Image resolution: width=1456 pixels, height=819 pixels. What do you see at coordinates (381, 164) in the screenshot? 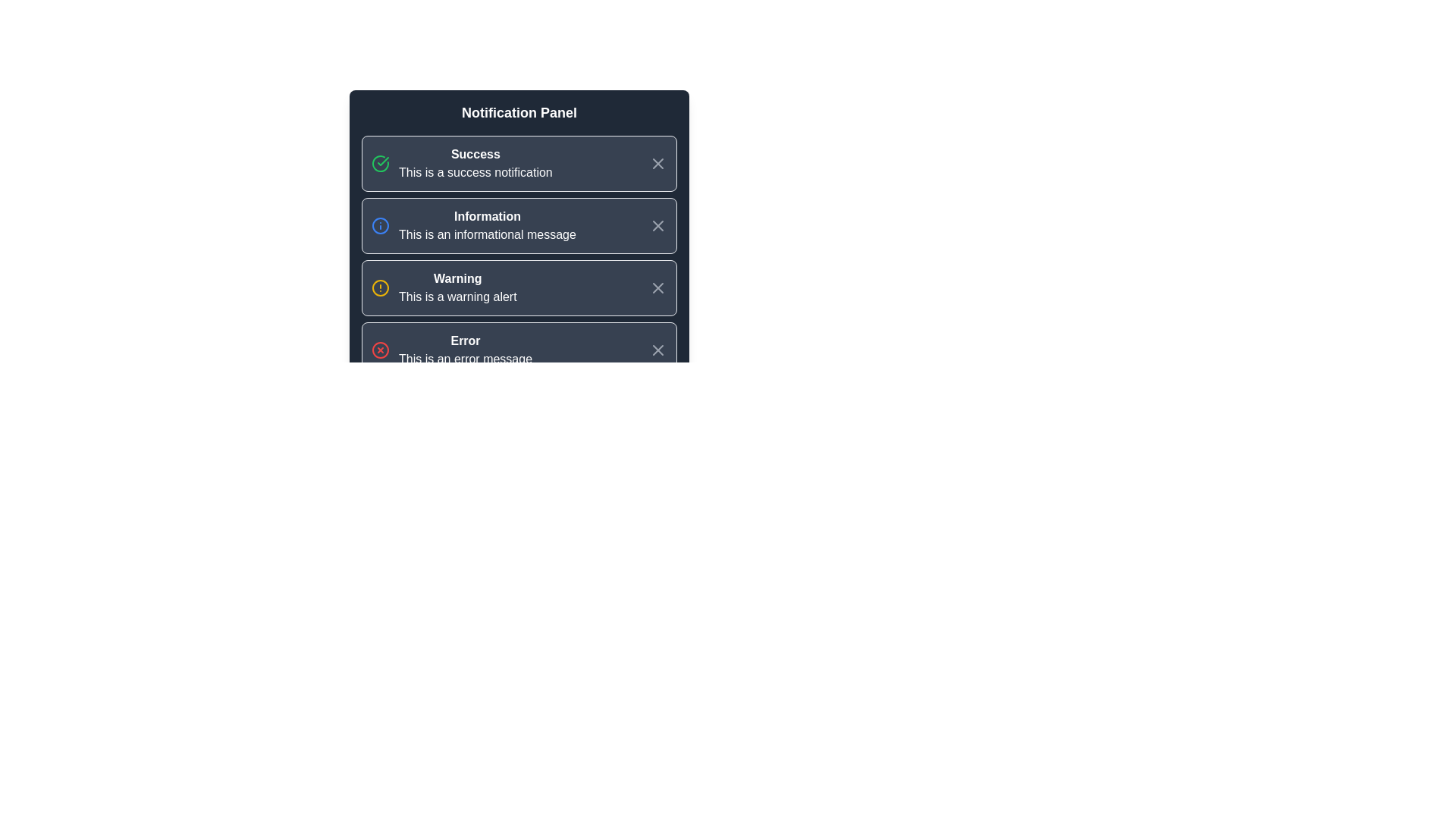
I see `the success icon located to the left of the 'Success' text in the first notification of the vertically stacked list` at bounding box center [381, 164].